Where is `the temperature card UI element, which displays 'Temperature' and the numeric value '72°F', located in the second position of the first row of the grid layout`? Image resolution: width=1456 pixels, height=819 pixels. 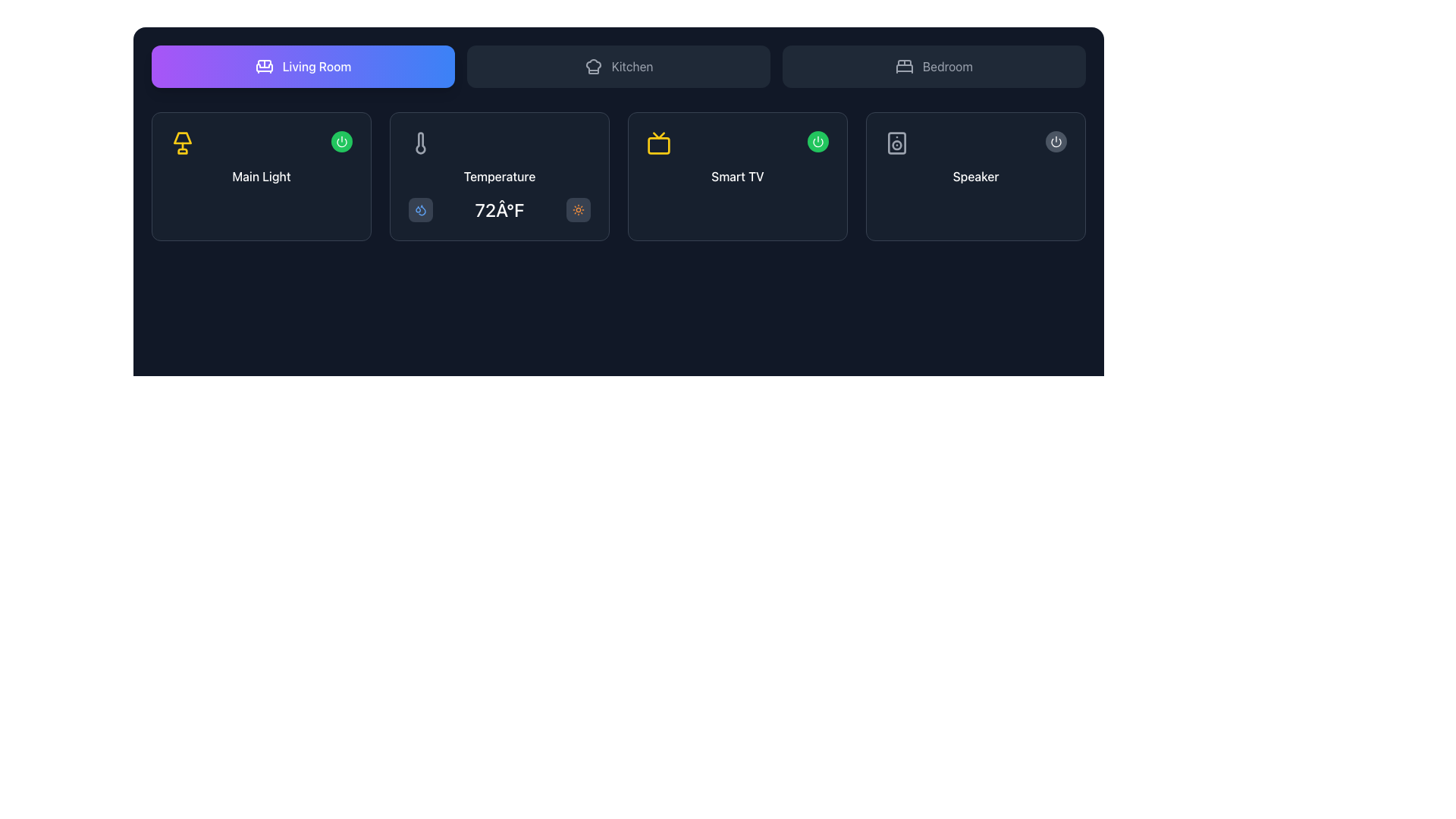 the temperature card UI element, which displays 'Temperature' and the numeric value '72°F', located in the second position of the first row of the grid layout is located at coordinates (499, 175).